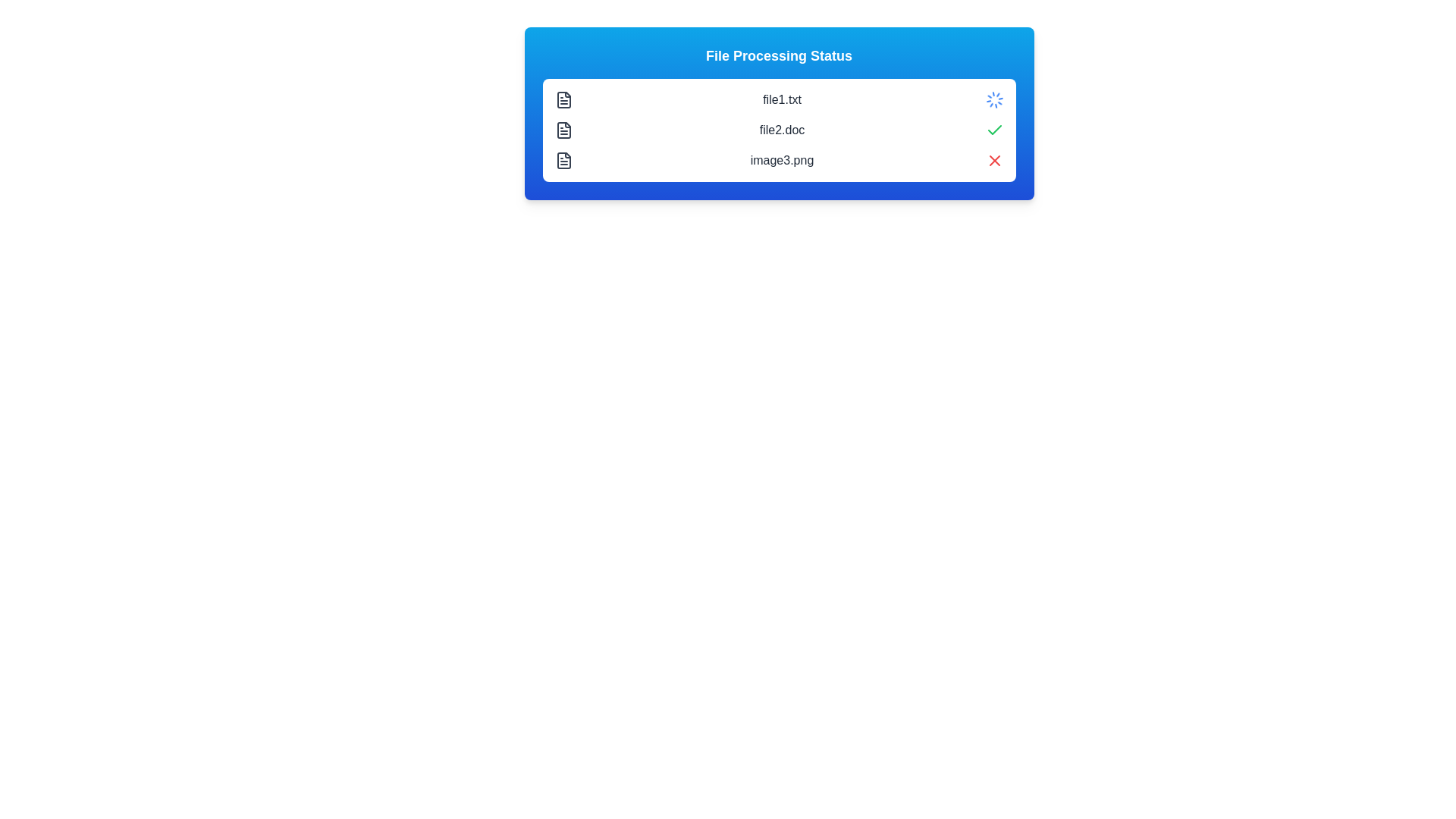  What do you see at coordinates (994, 130) in the screenshot?
I see `the static success indicator icon located in the far-right section of the row associated with 'file2.doc' in the 'File Processing Status' section` at bounding box center [994, 130].